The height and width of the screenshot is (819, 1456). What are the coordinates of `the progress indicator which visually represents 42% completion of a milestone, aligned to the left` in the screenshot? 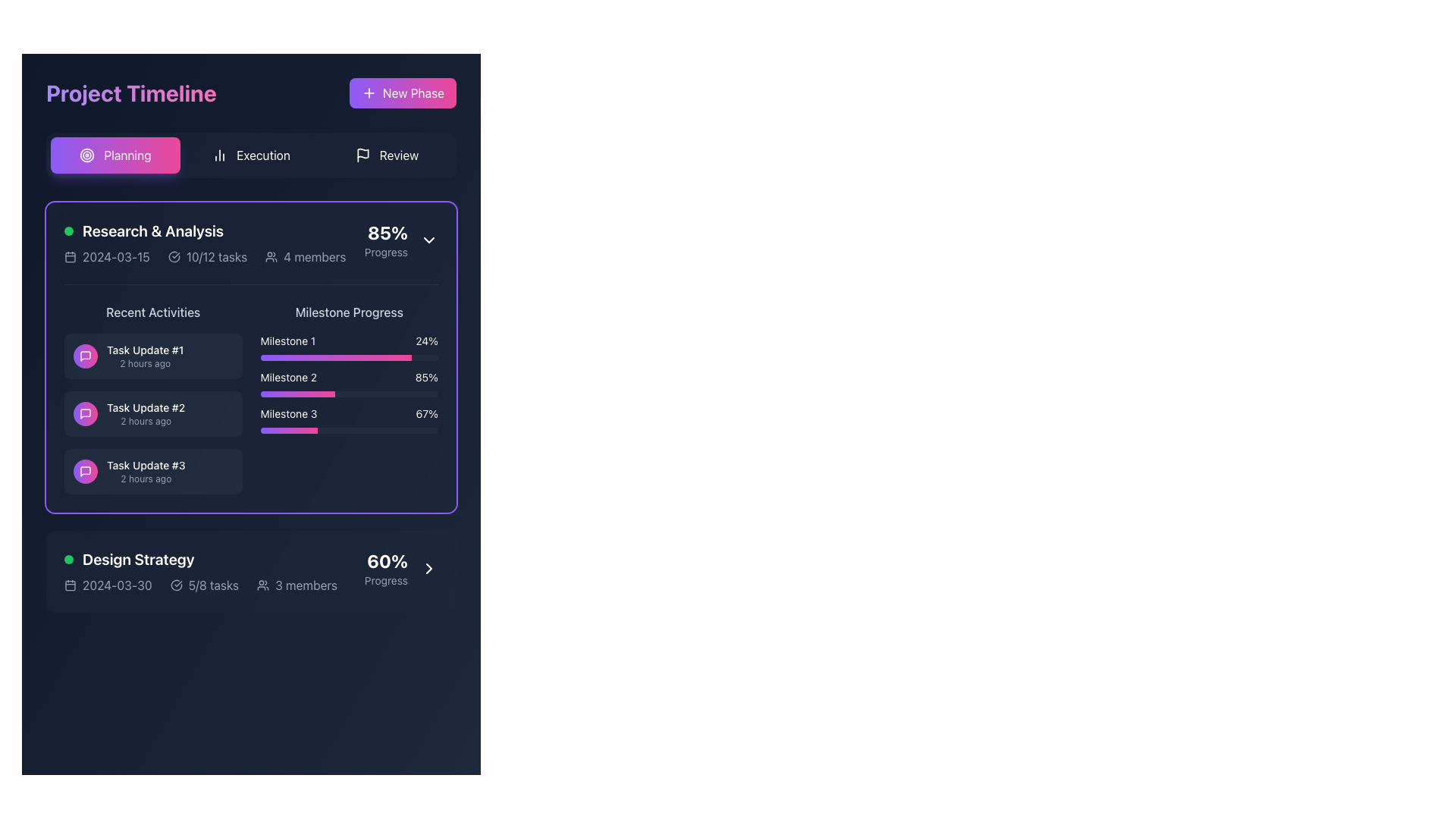 It's located at (297, 394).